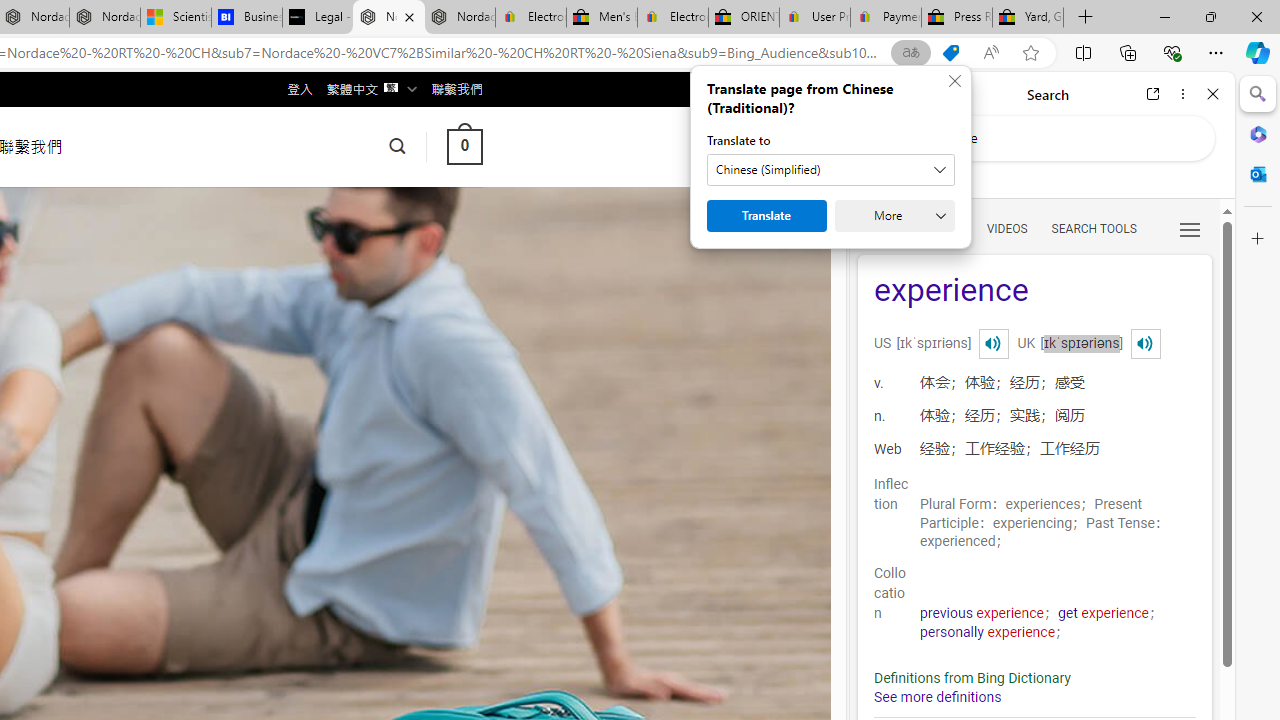 The width and height of the screenshot is (1280, 720). I want to click on 'Class: b_serphb', so click(1190, 229).